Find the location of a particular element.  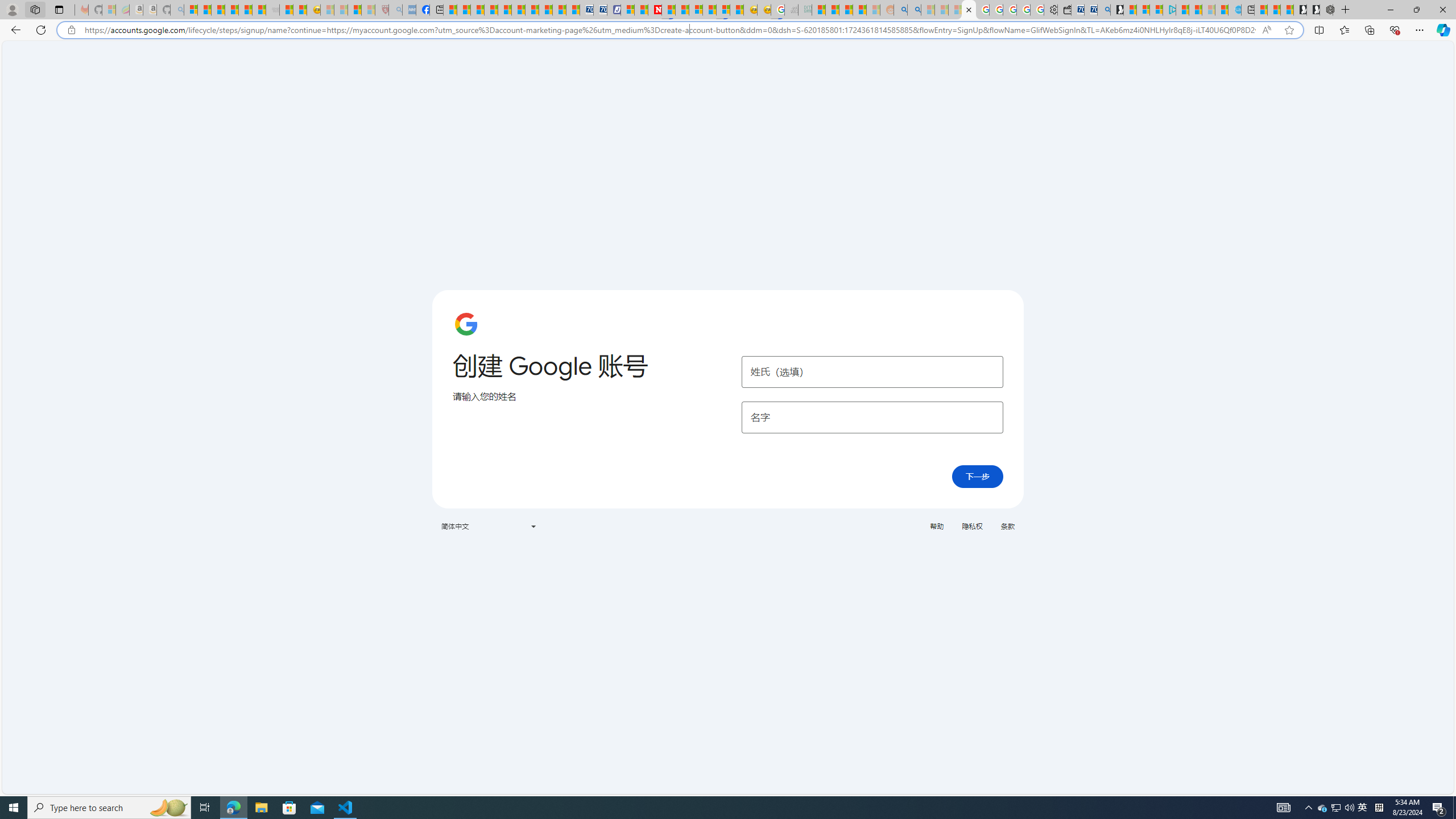

'The Weather Channel - MSN' is located at coordinates (218, 9).